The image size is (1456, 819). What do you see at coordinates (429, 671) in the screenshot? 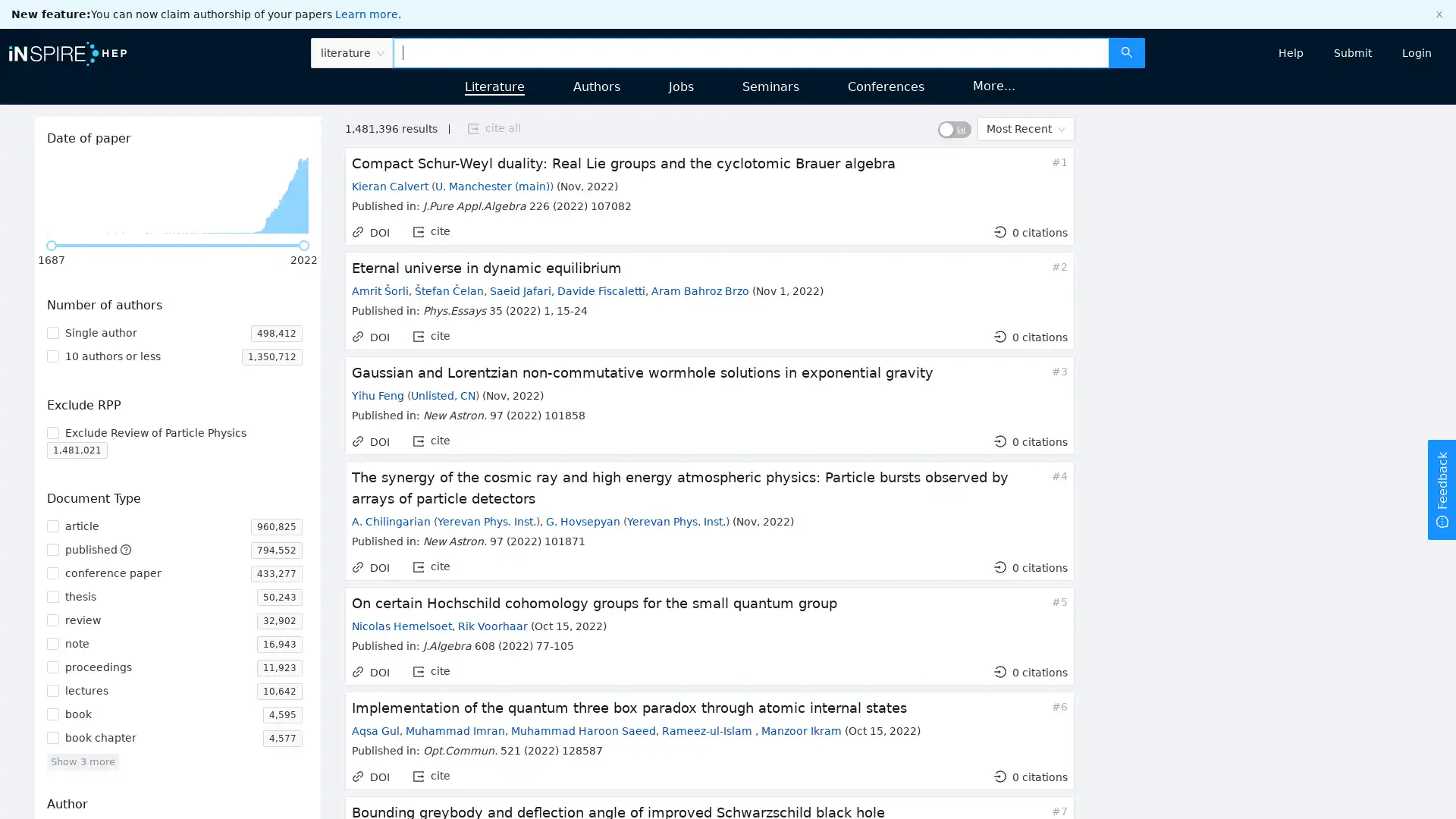
I see `export cite` at bounding box center [429, 671].